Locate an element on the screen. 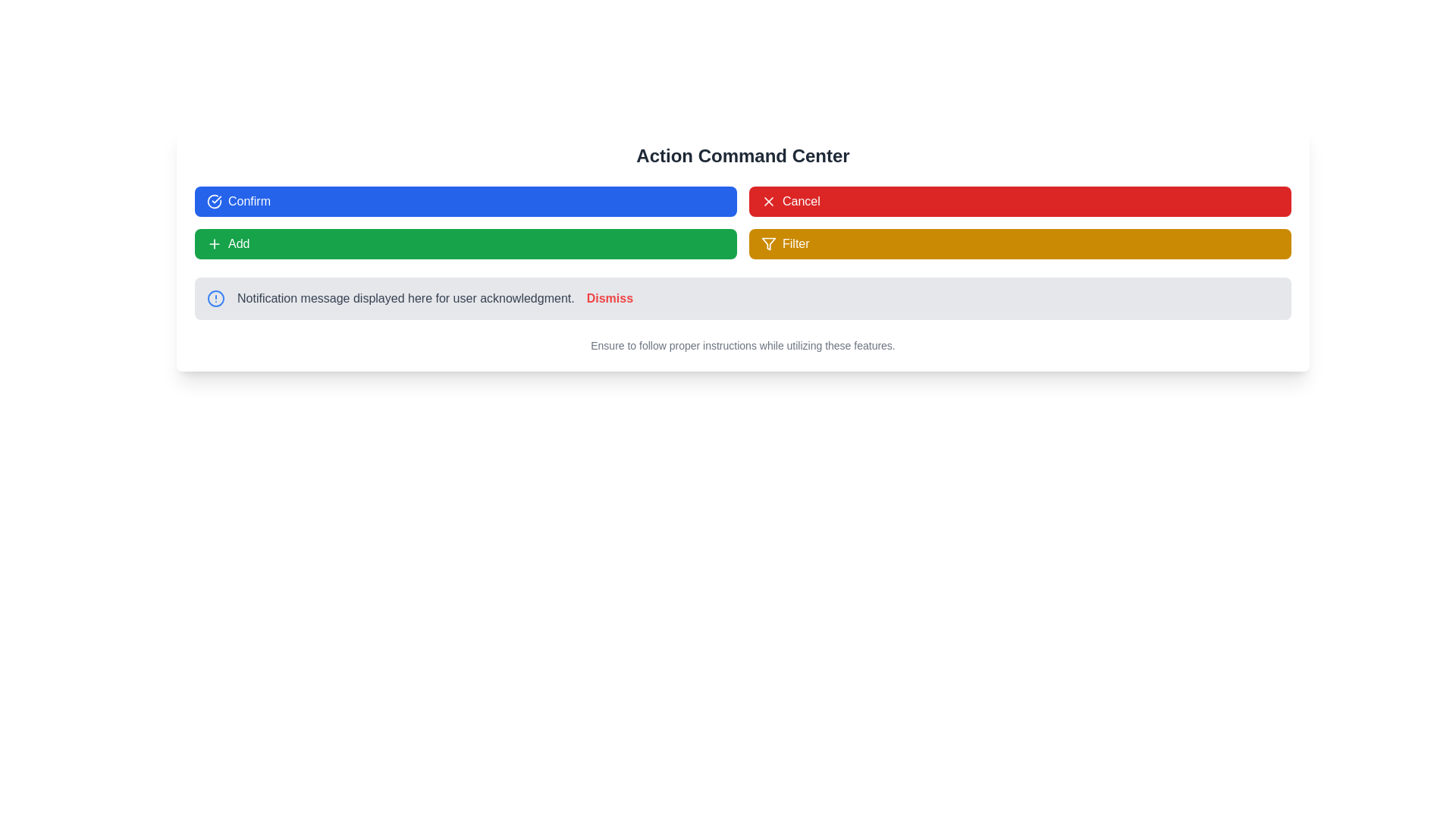 The width and height of the screenshot is (1456, 819). the confirmation icon located at the top-left corner of the 'Confirm' button, which visually represents a confirmation action is located at coordinates (214, 201).